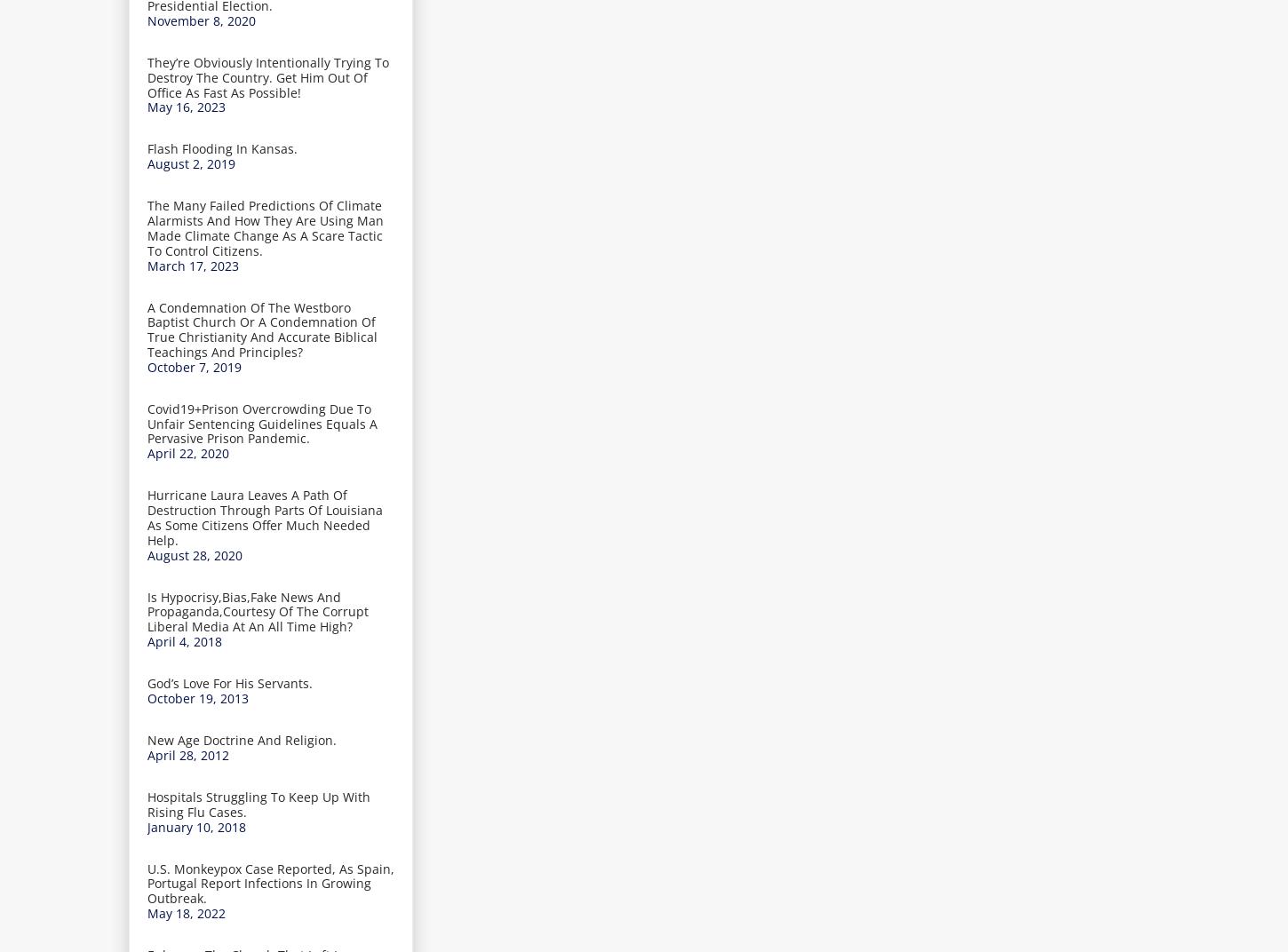 This screenshot has width=1288, height=952. Describe the element at coordinates (258, 610) in the screenshot. I see `'Is Hypocrisy,Bias,Fake News And Propaganda,Courtesy Of The Corrupt Liberal Media At An All Time High?'` at that location.